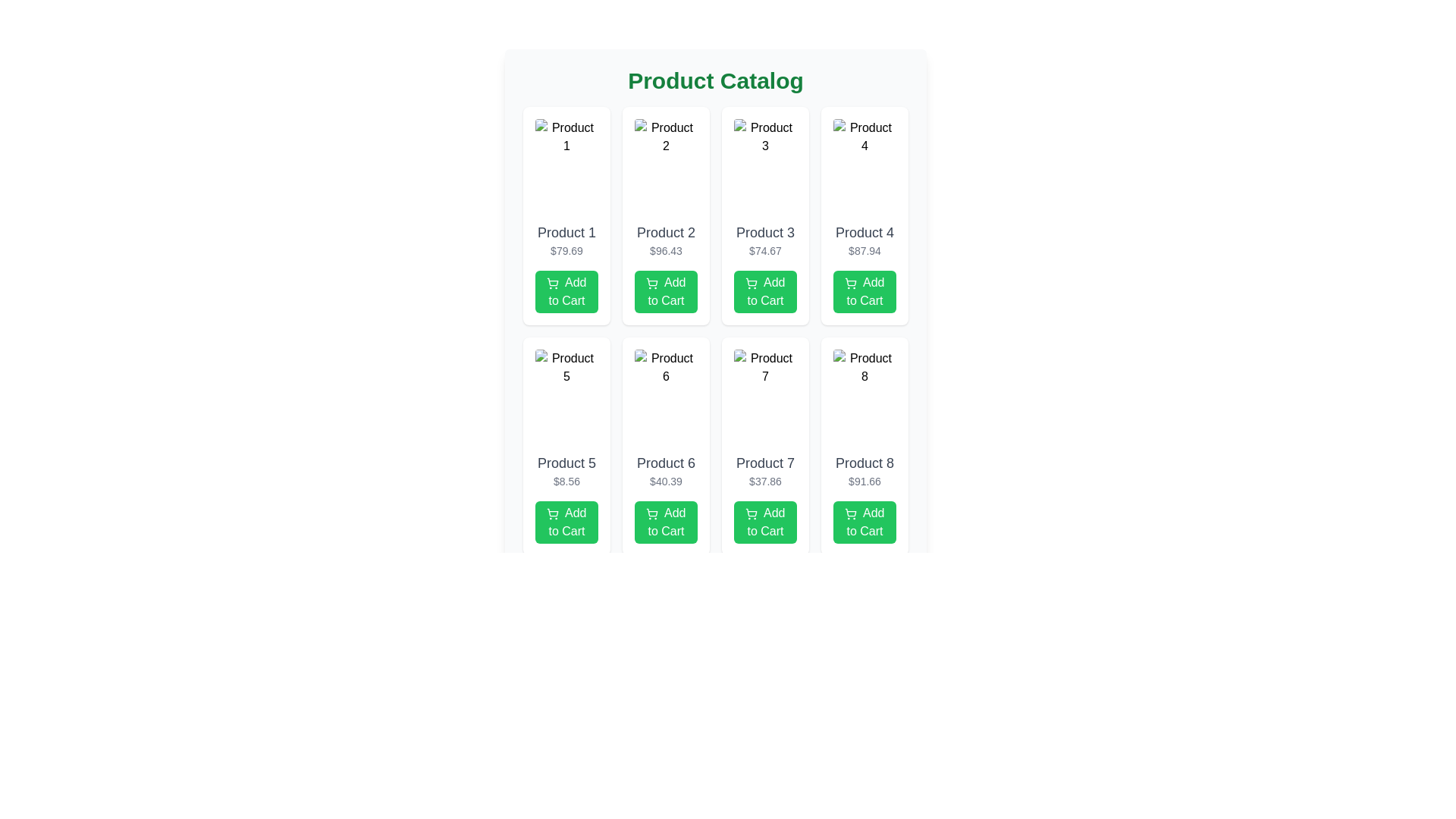  What do you see at coordinates (666, 233) in the screenshot?
I see `the text label displaying 'Product 2' in a large, bold font, located in the second card of a grid layout` at bounding box center [666, 233].